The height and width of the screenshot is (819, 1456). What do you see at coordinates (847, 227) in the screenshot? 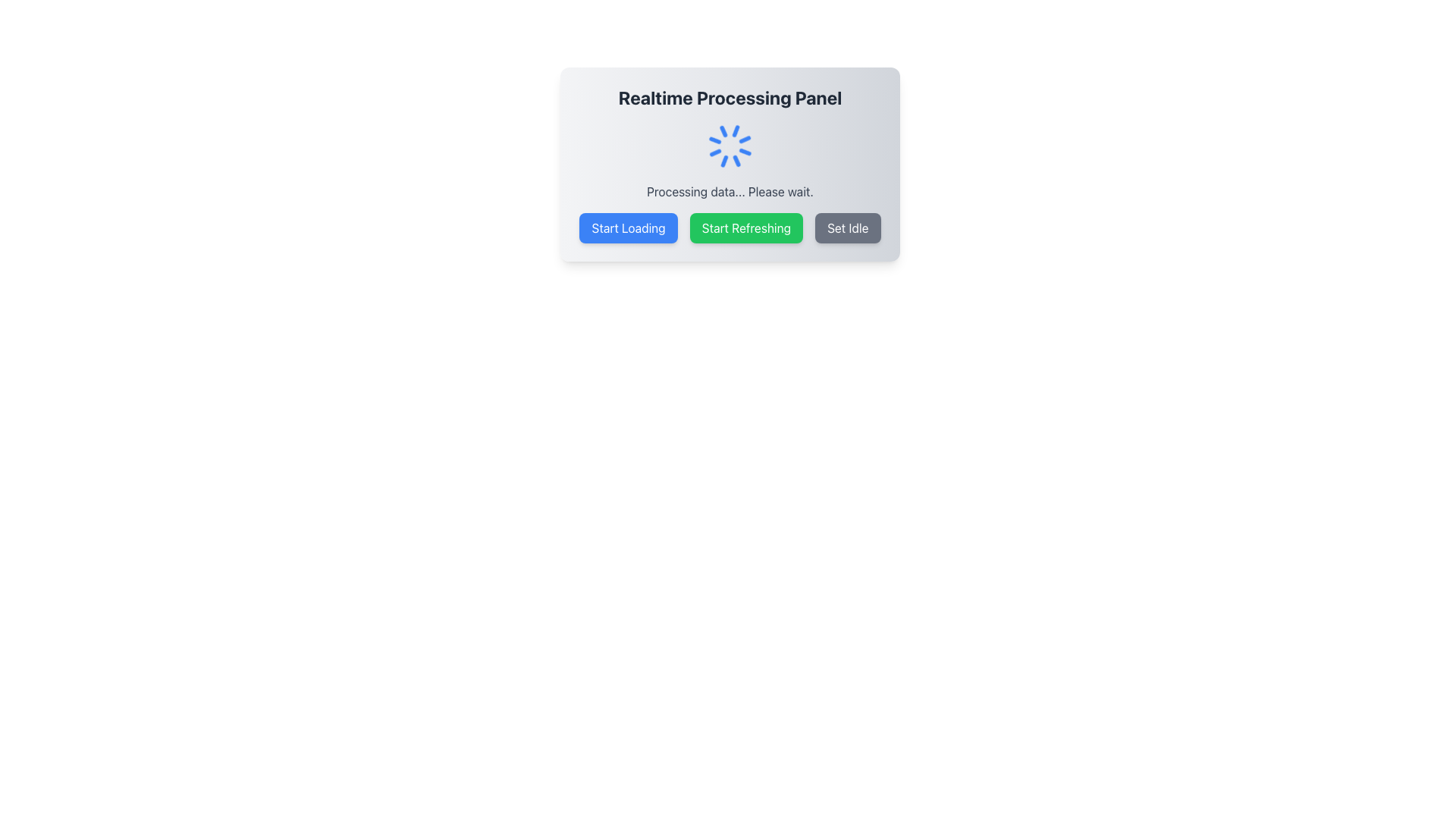
I see `the 'Set Idle' button, which is a rectangular button with a gray background and white text, located below the 'Processing data... Please wait.' text and is the rightmost button in a group of three buttons` at bounding box center [847, 227].